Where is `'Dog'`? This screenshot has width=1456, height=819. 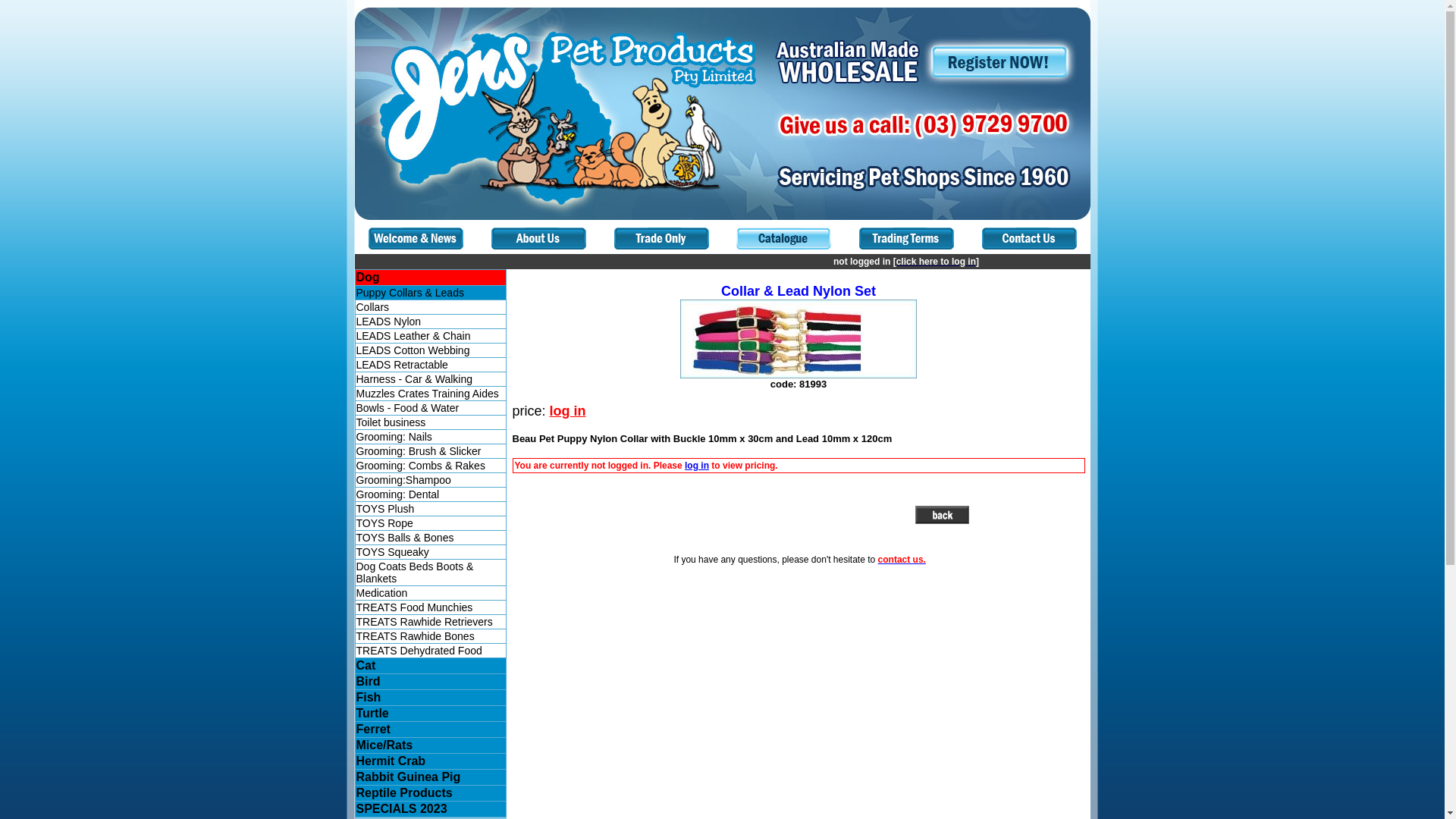
'Dog' is located at coordinates (356, 277).